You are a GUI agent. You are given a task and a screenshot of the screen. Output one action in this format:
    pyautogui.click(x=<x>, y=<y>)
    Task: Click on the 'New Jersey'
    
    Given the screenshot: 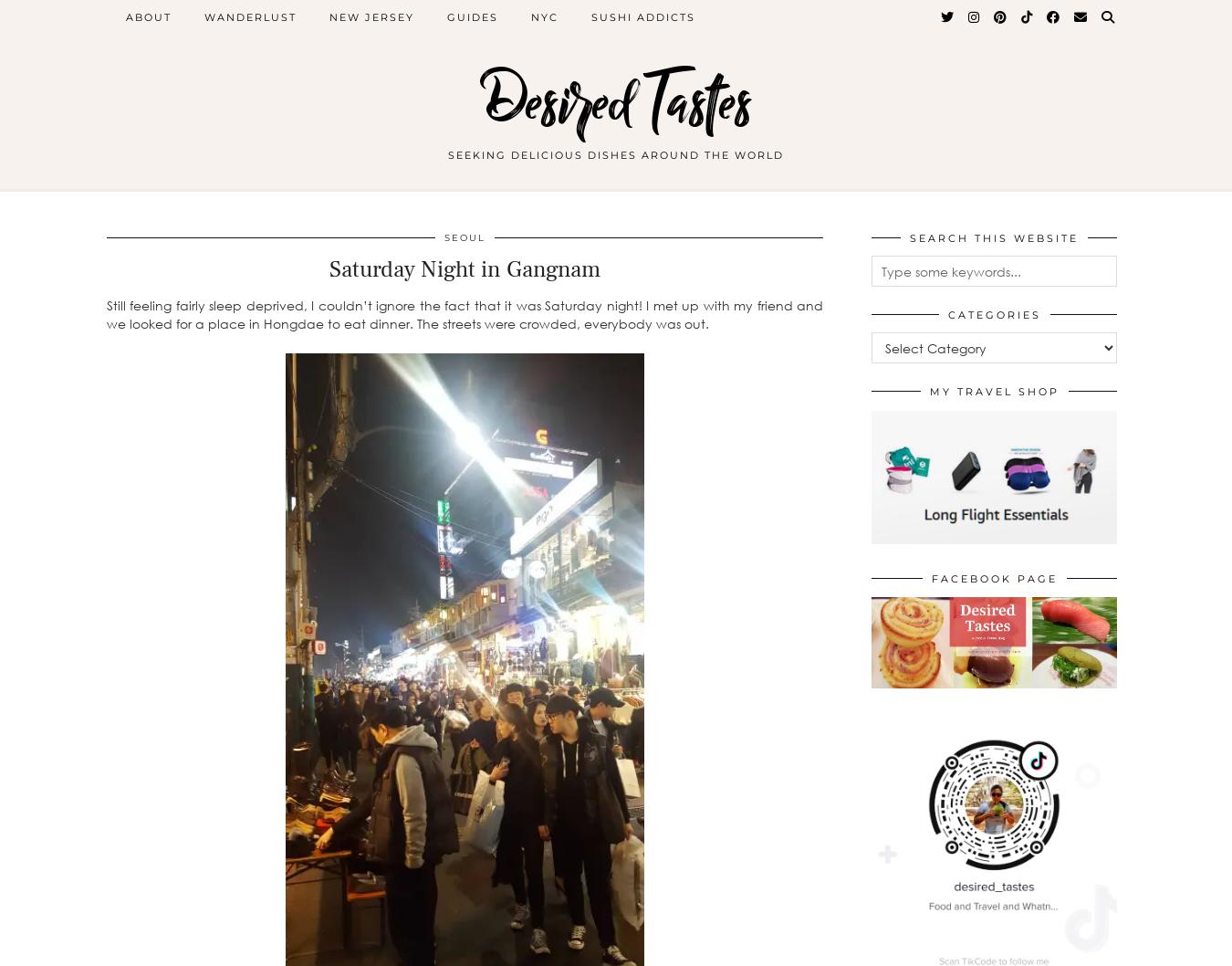 What is the action you would take?
    pyautogui.click(x=329, y=17)
    